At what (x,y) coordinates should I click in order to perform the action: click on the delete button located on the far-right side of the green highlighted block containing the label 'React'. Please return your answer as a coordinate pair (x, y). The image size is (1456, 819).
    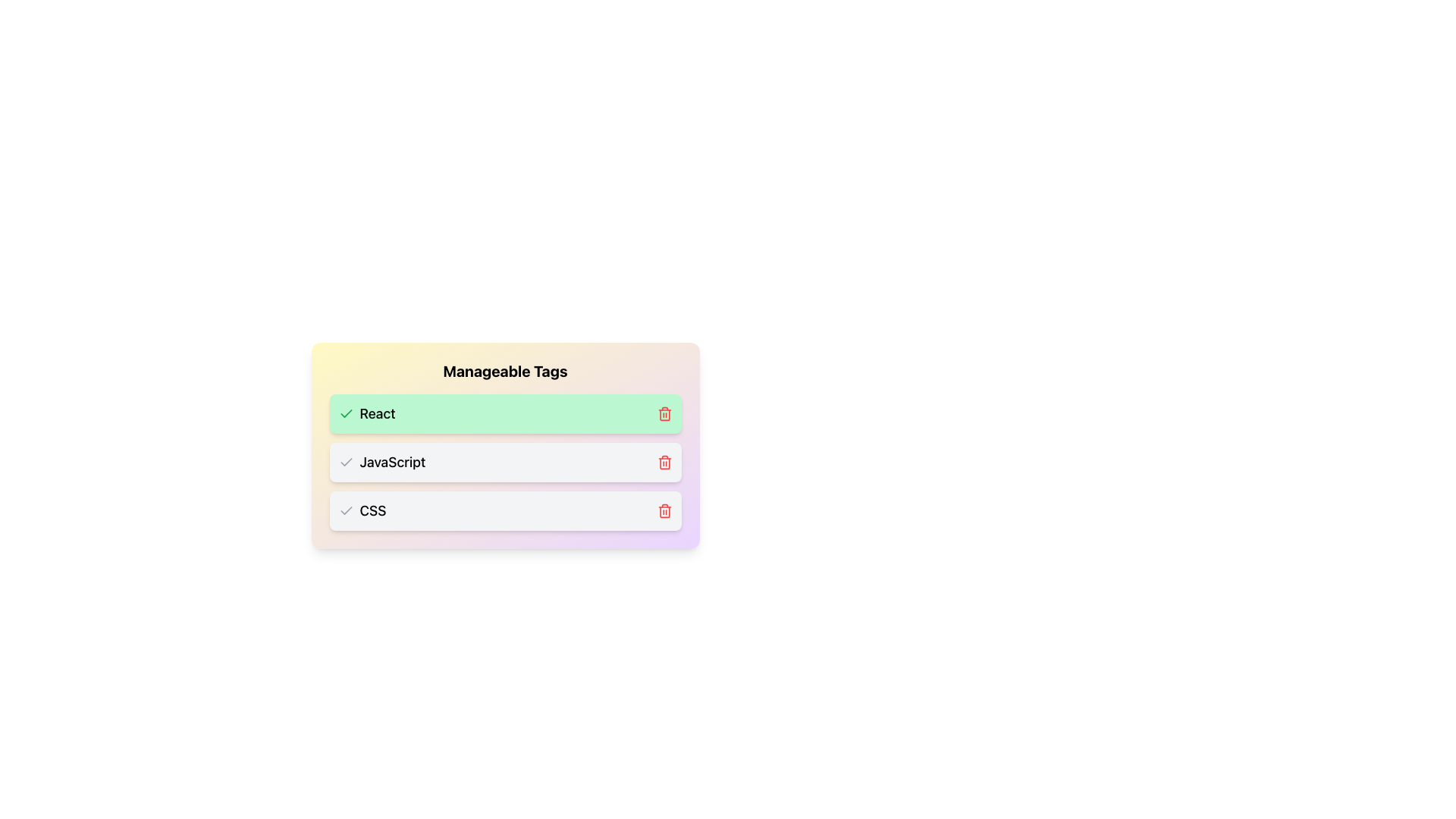
    Looking at the image, I should click on (664, 414).